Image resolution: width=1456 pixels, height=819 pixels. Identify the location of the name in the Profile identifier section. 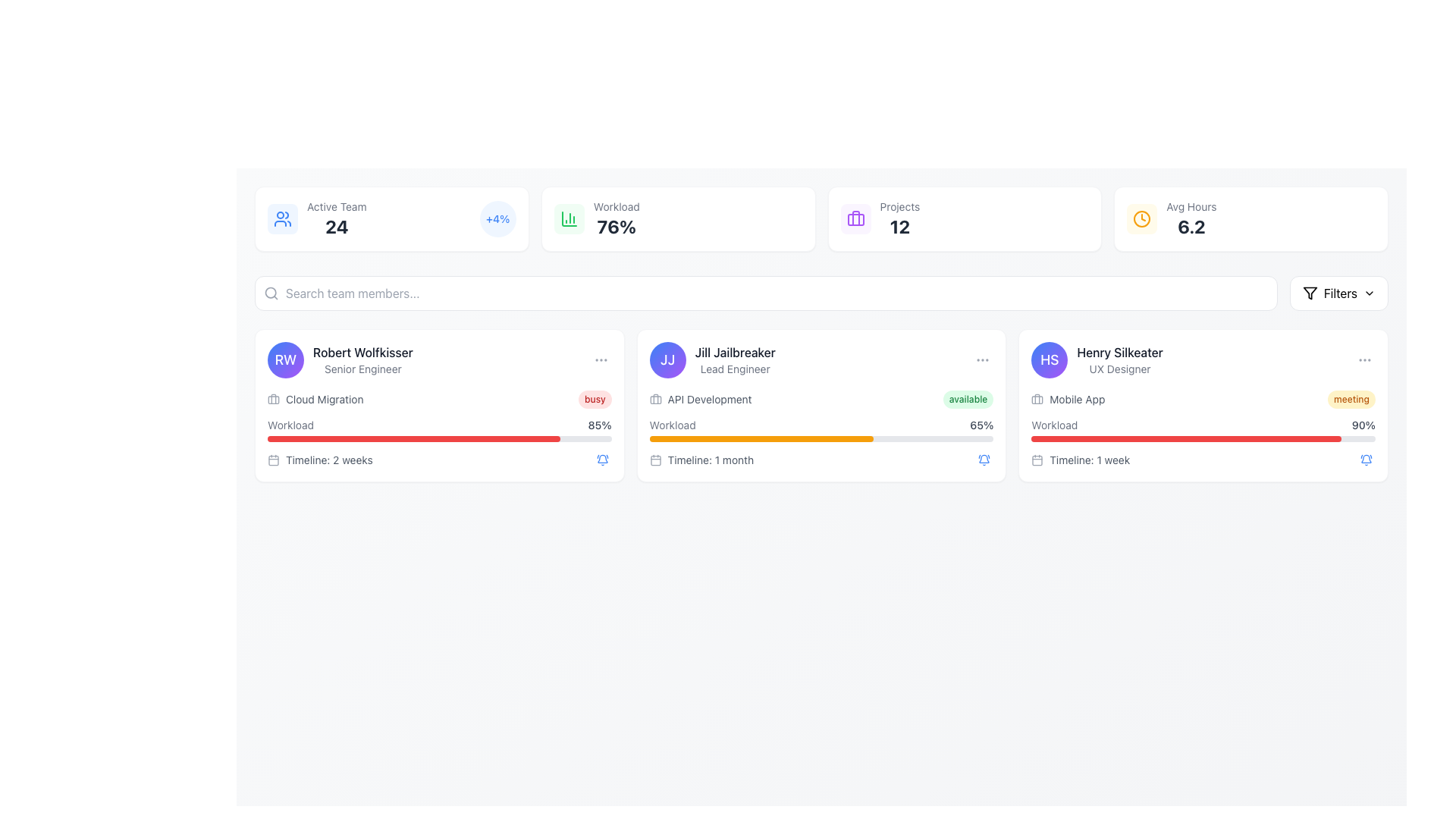
(711, 359).